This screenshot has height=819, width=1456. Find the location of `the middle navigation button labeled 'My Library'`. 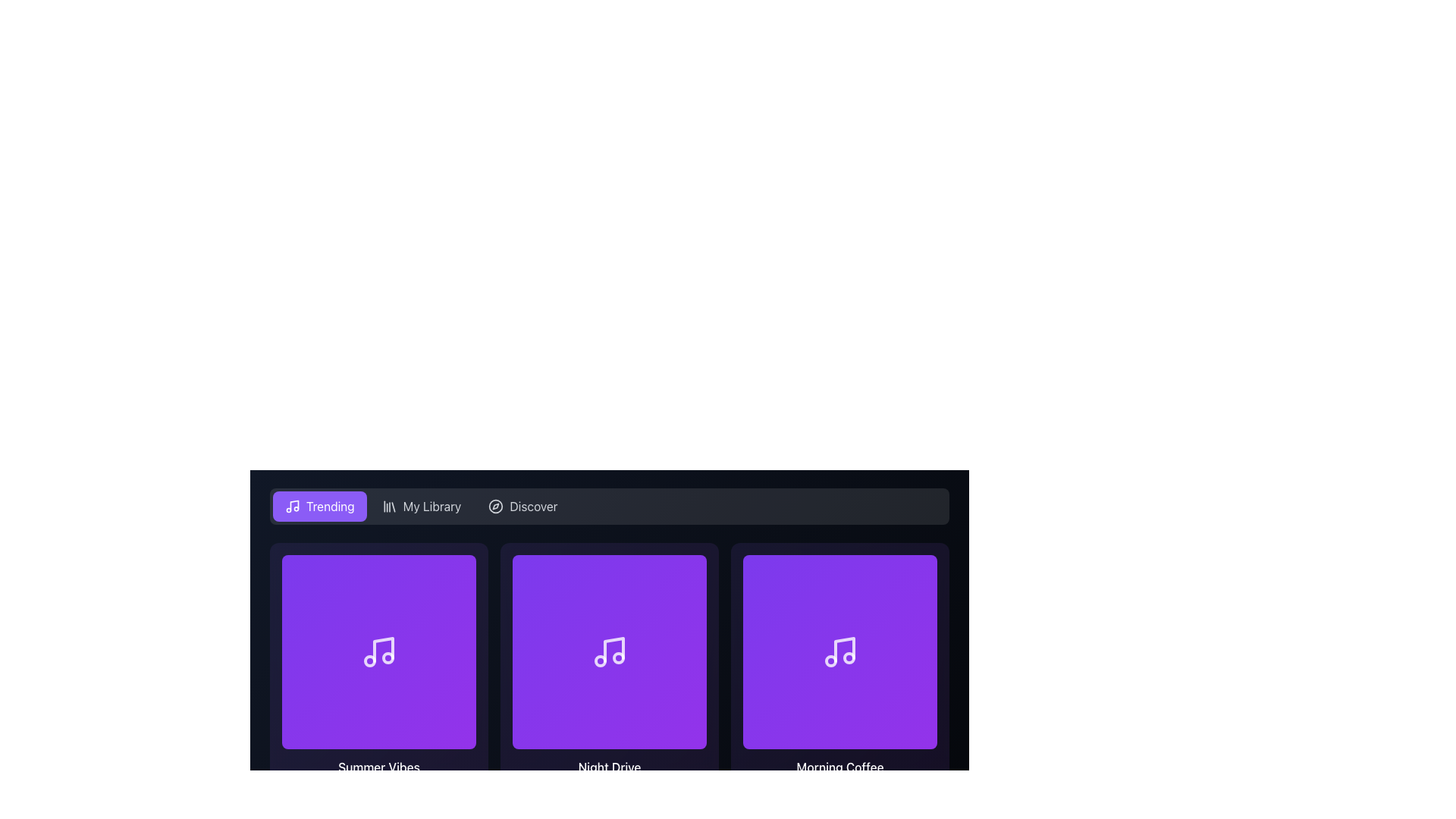

the middle navigation button labeled 'My Library' is located at coordinates (422, 506).